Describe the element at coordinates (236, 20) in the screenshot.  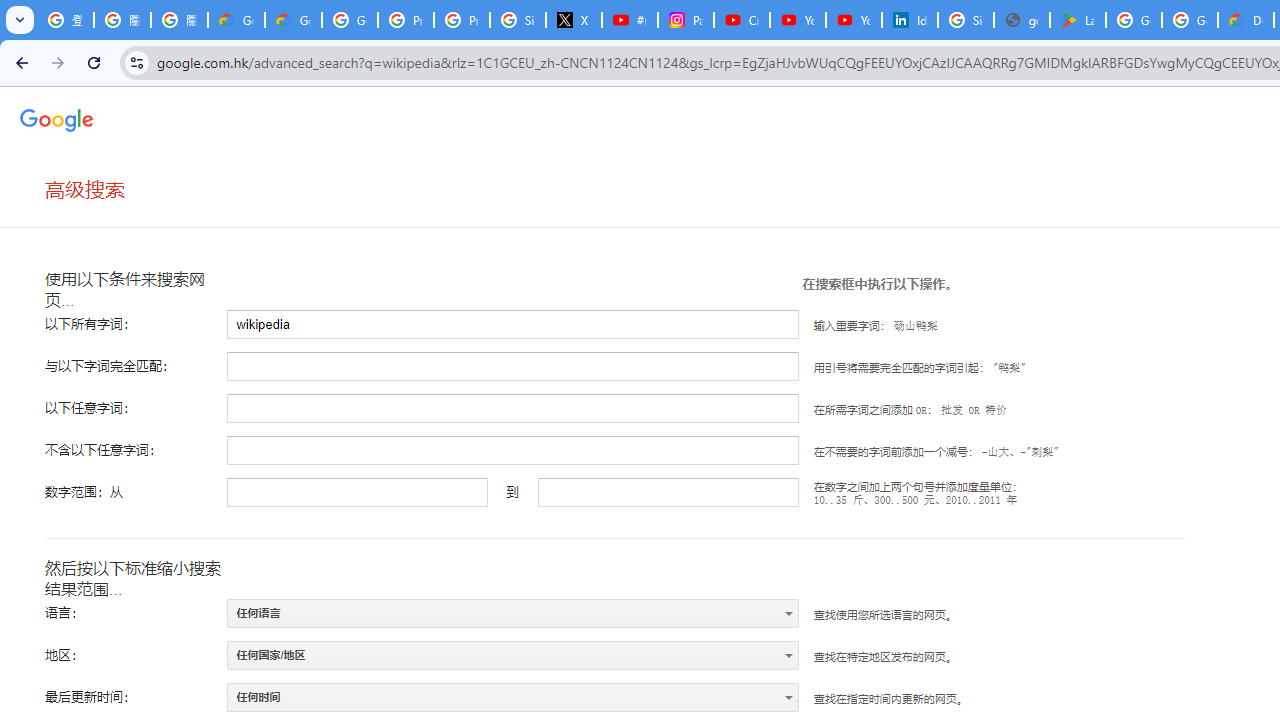
I see `'Google Cloud Privacy Notice'` at that location.